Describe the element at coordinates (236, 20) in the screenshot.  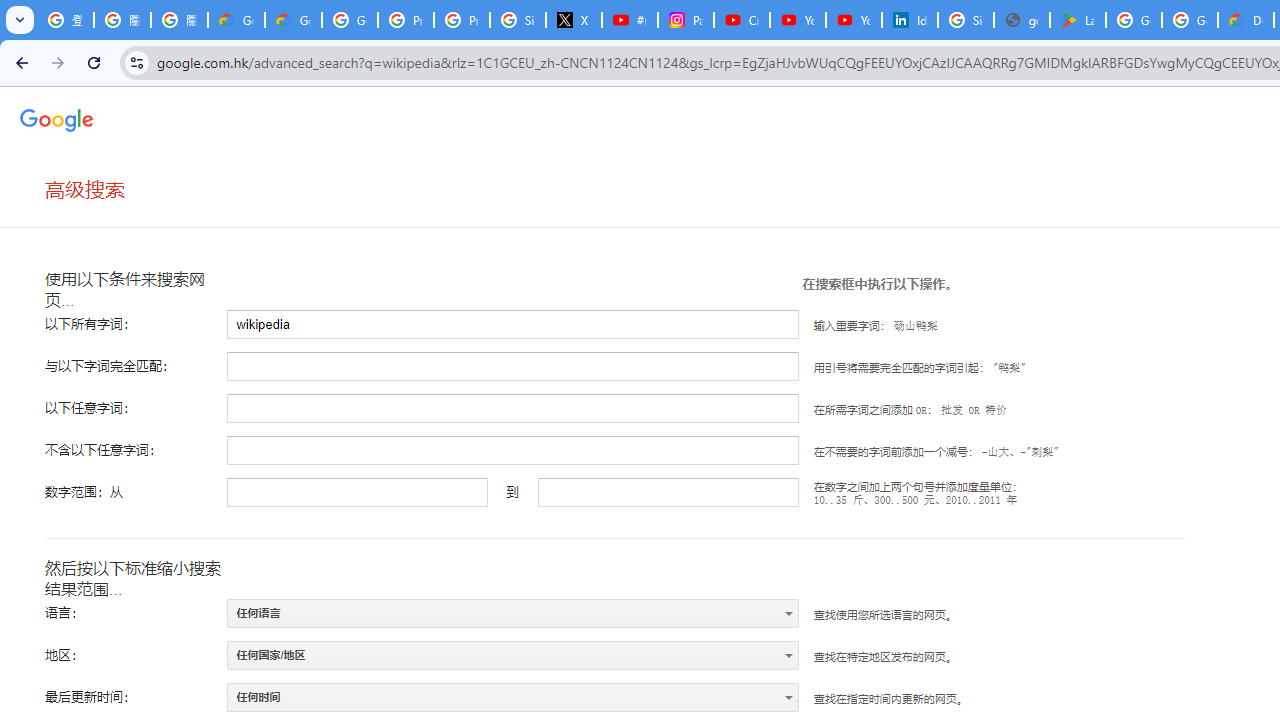
I see `'Google Cloud Privacy Notice'` at that location.